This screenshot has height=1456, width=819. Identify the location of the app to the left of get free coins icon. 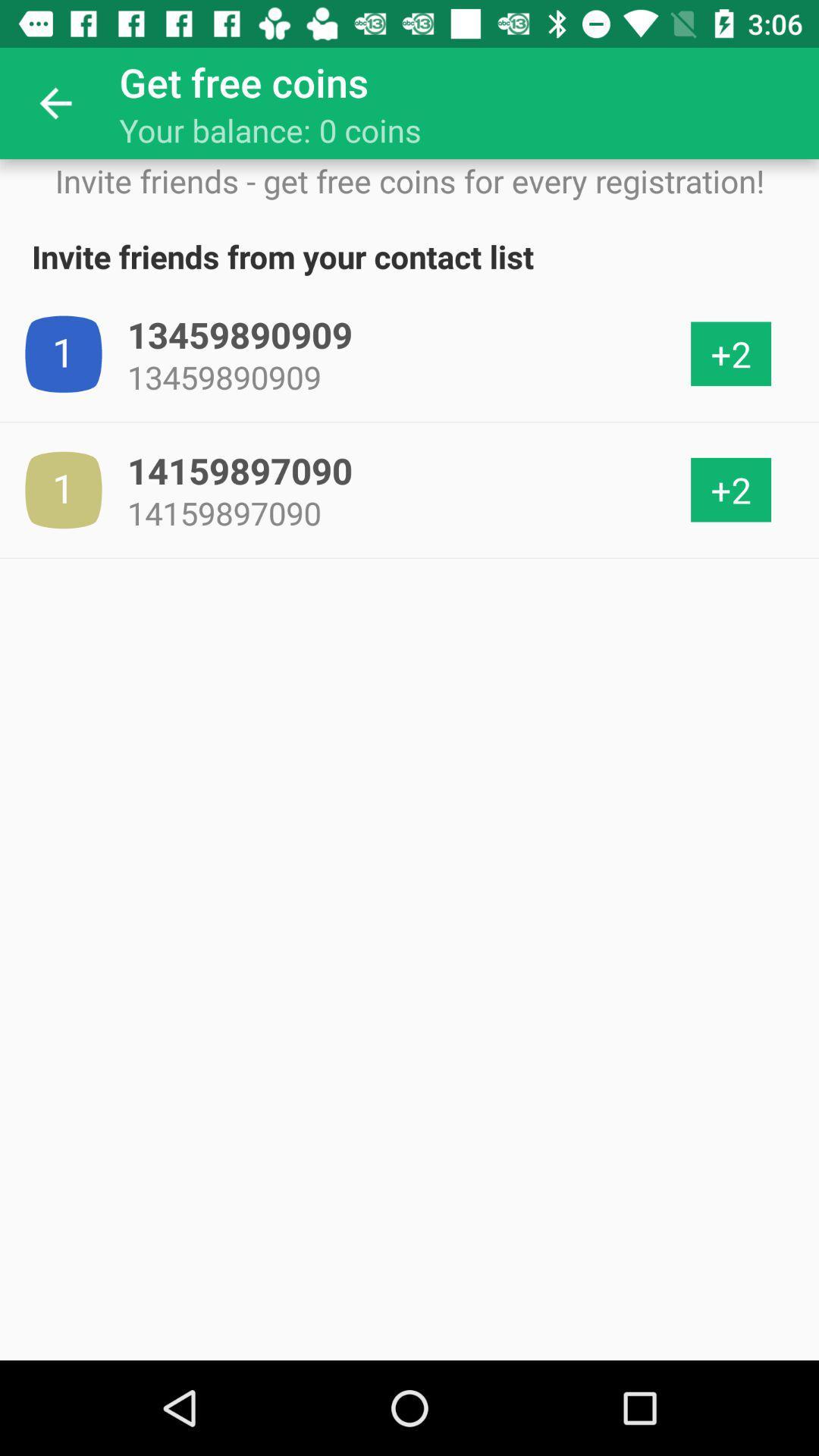
(55, 102).